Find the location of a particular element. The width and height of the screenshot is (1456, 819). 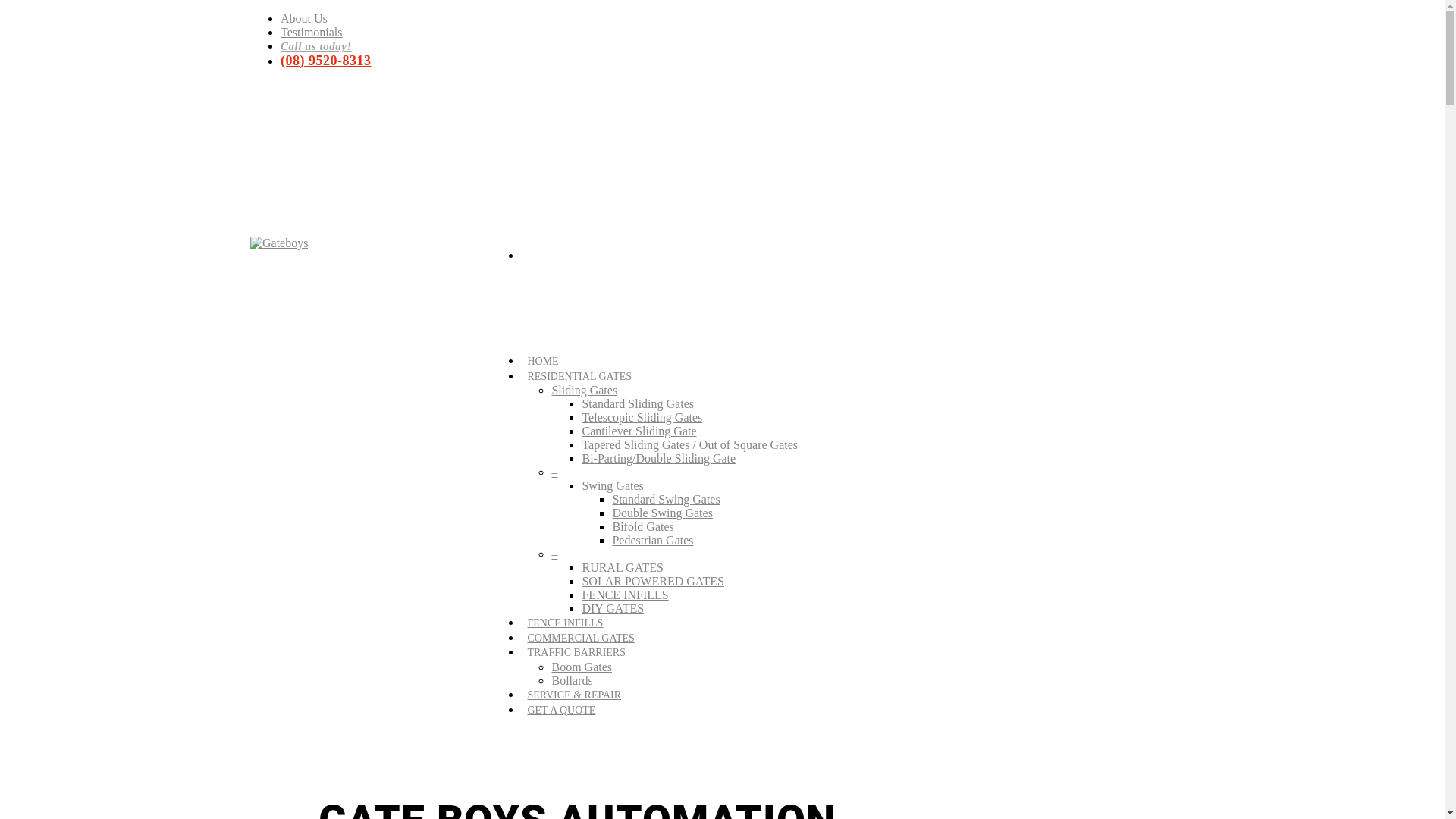

'Cantilever Sliding Gate' is located at coordinates (639, 431).